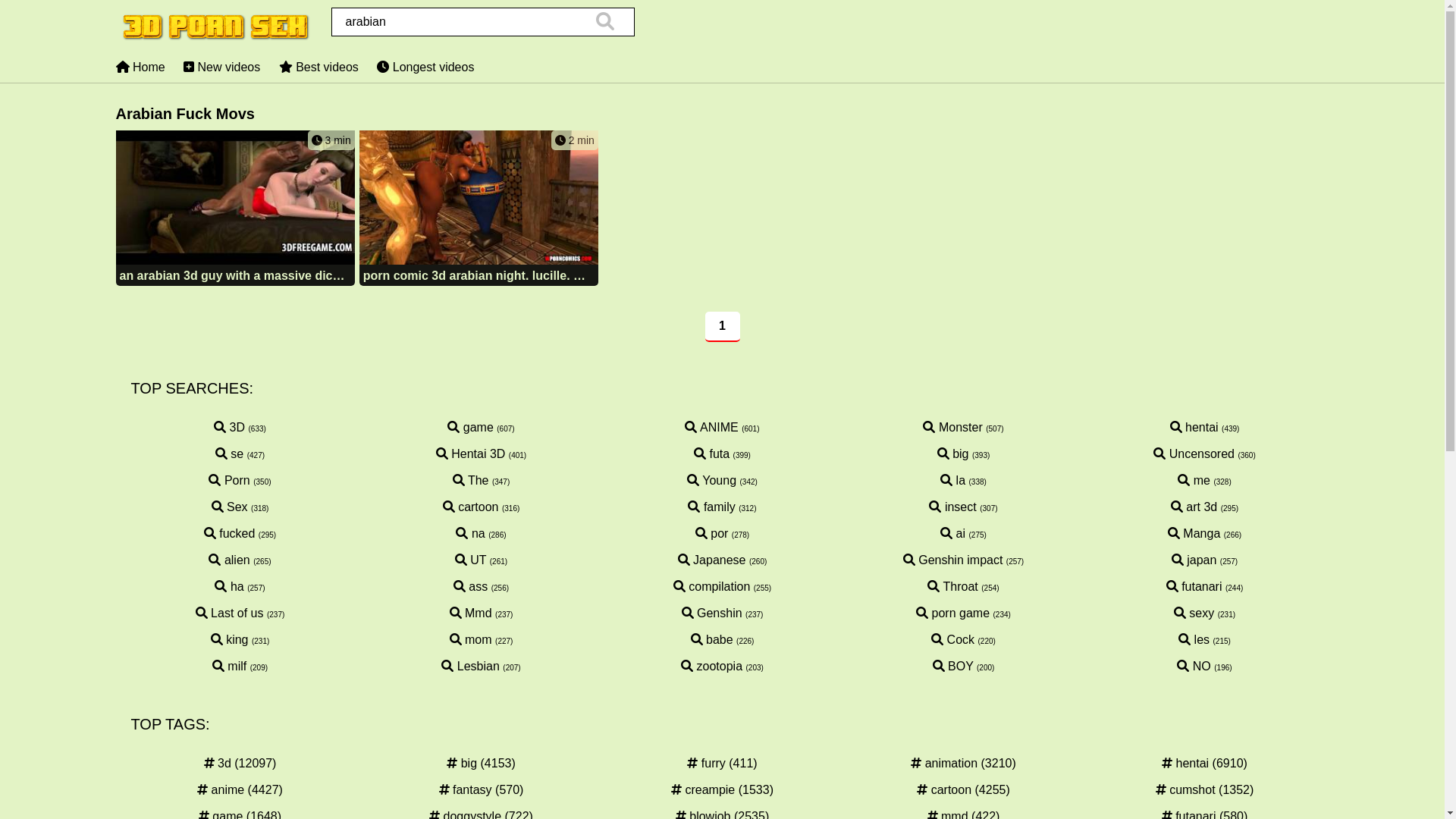 The image size is (1456, 819). What do you see at coordinates (221, 66) in the screenshot?
I see `'New videos'` at bounding box center [221, 66].